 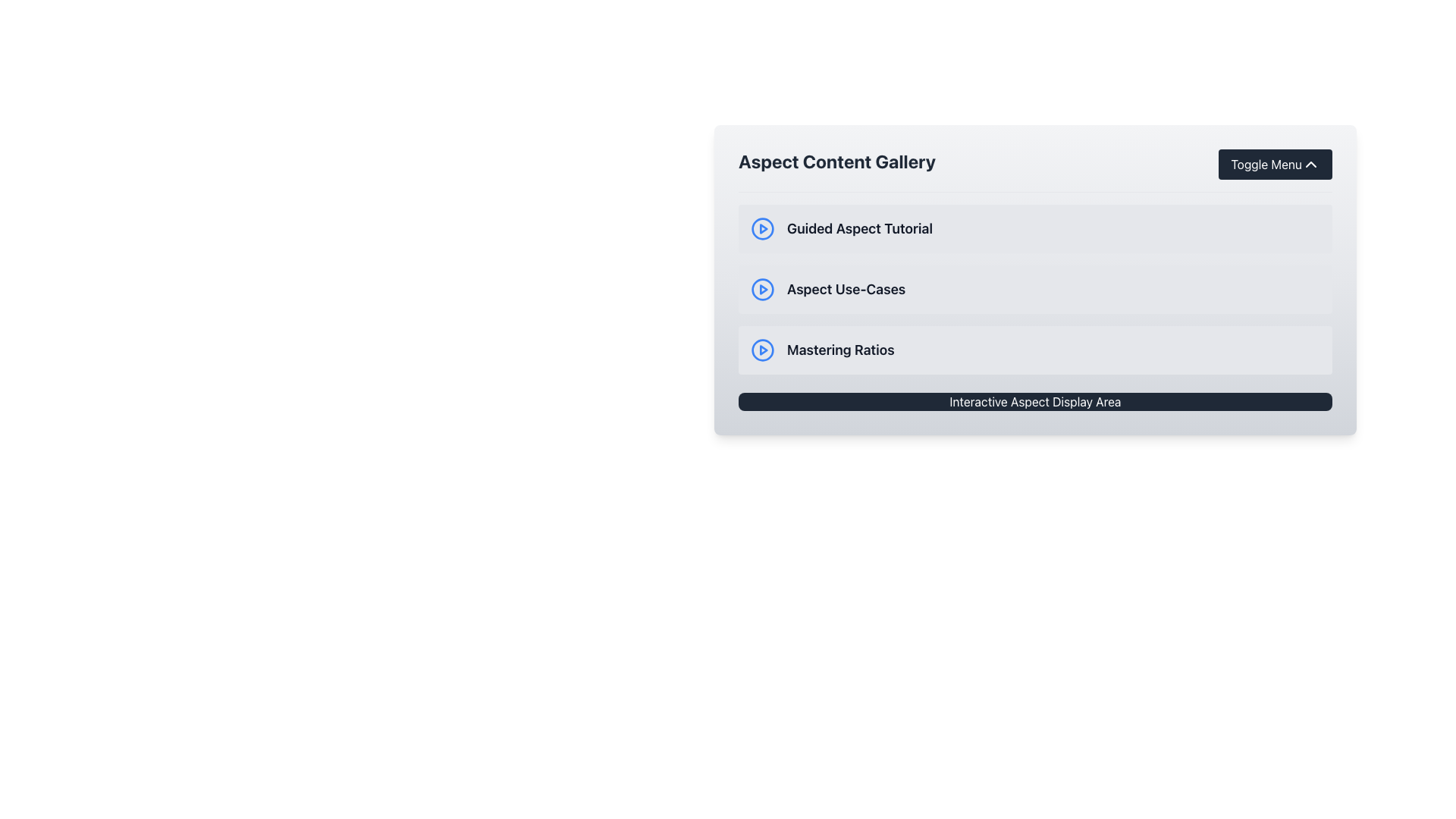 I want to click on the Display Area located at the bottom of the 'Aspect Content Gallery', which is the last element among its siblings, so click(x=1034, y=400).